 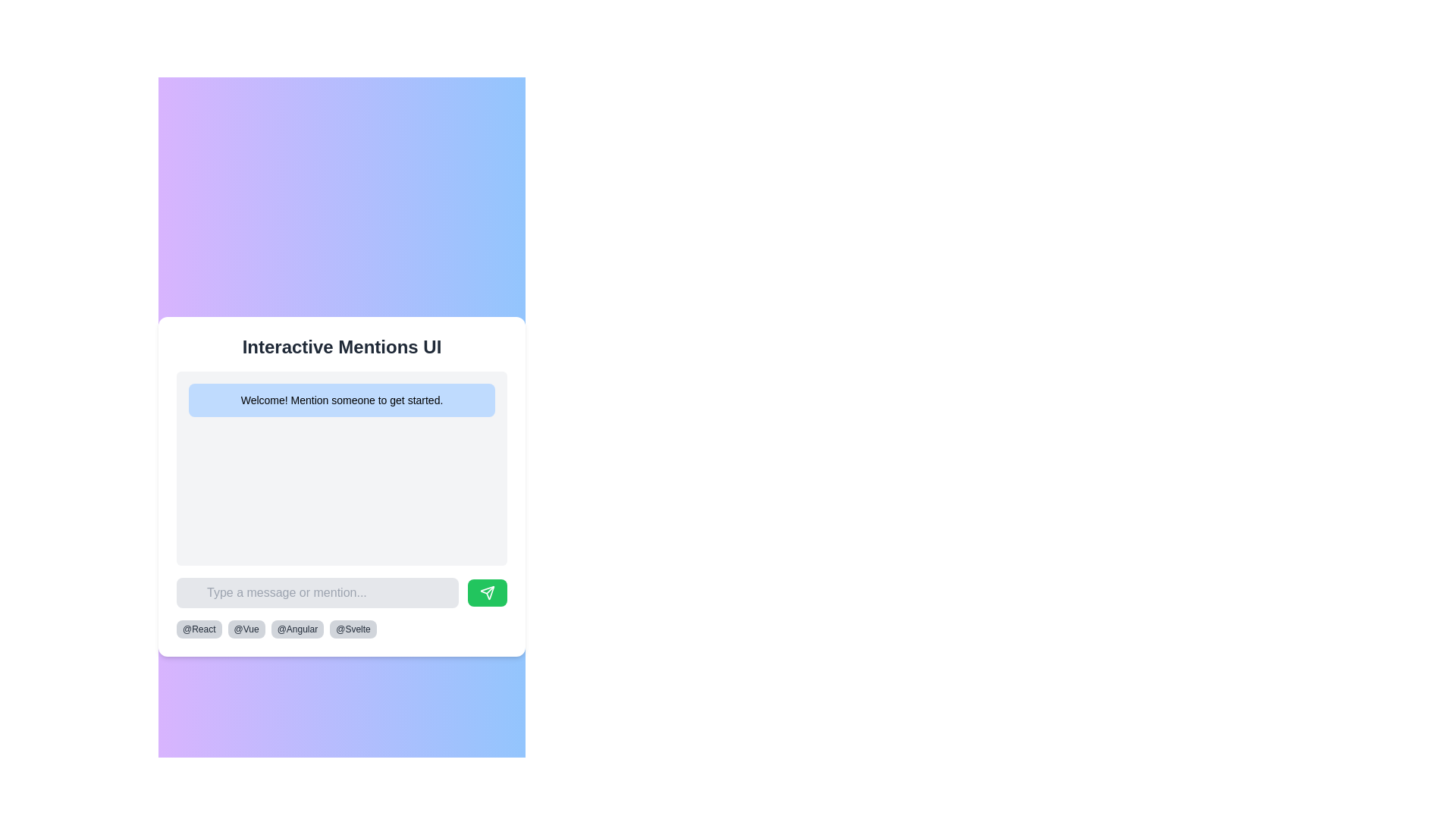 I want to click on the paper plane icon within the green button, so click(x=488, y=592).